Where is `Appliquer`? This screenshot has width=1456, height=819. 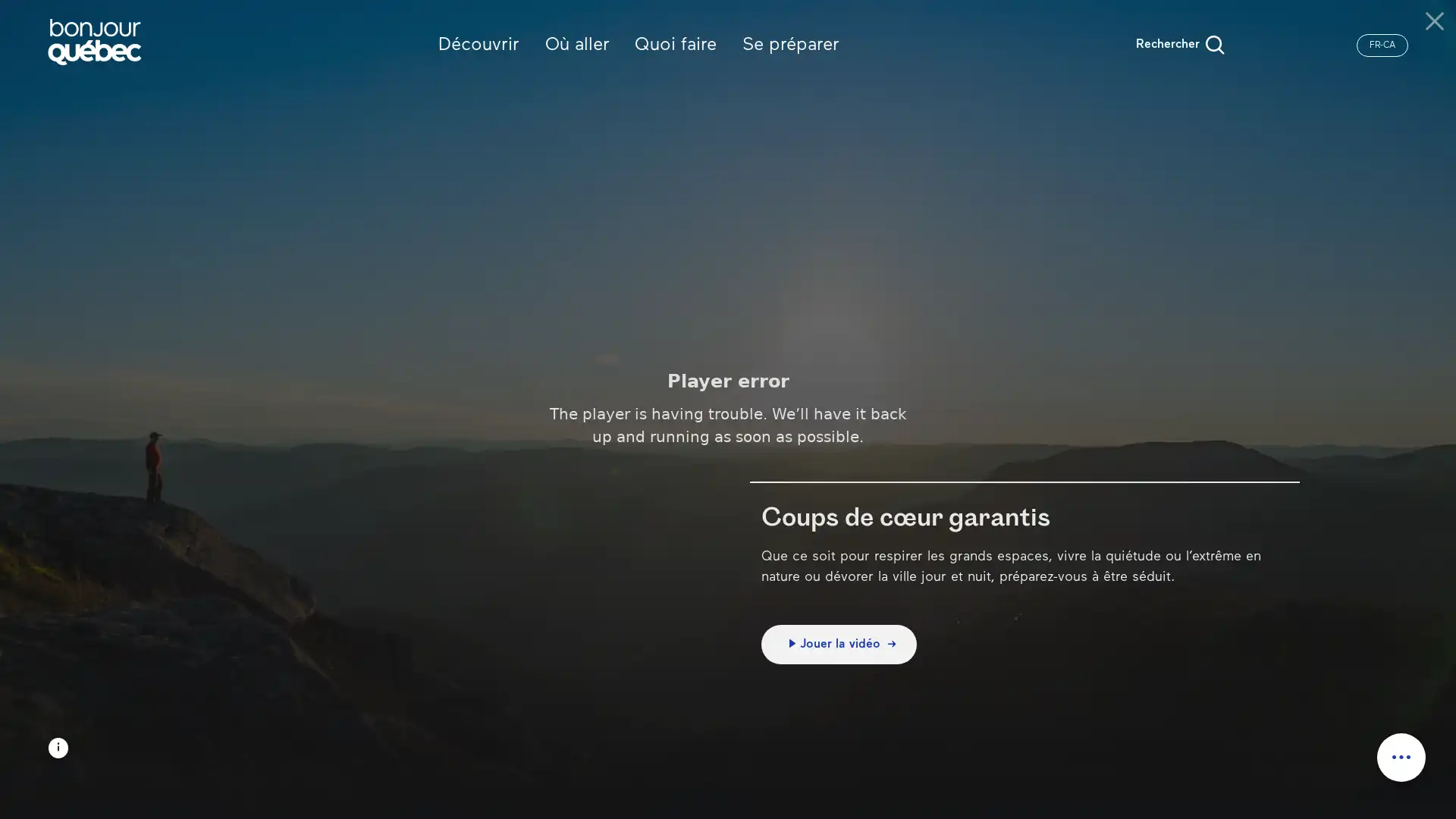 Appliquer is located at coordinates (1363, 475).